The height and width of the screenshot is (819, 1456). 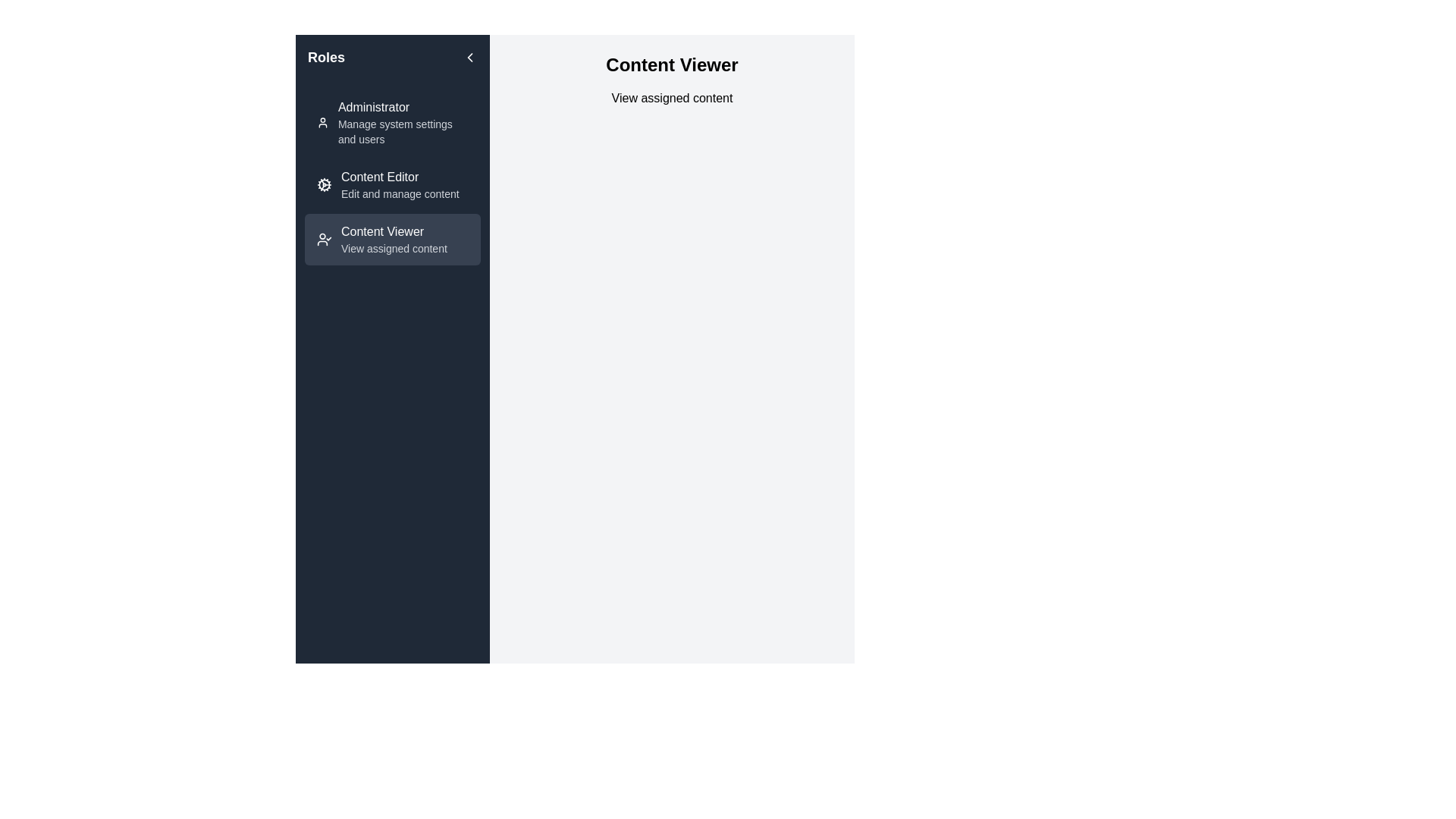 I want to click on the 'Administrator' role icon, which visually represents the 'Administrator' role and is positioned to the left of the text 'Administrator' in the left-hand sidebar, so click(x=322, y=122).